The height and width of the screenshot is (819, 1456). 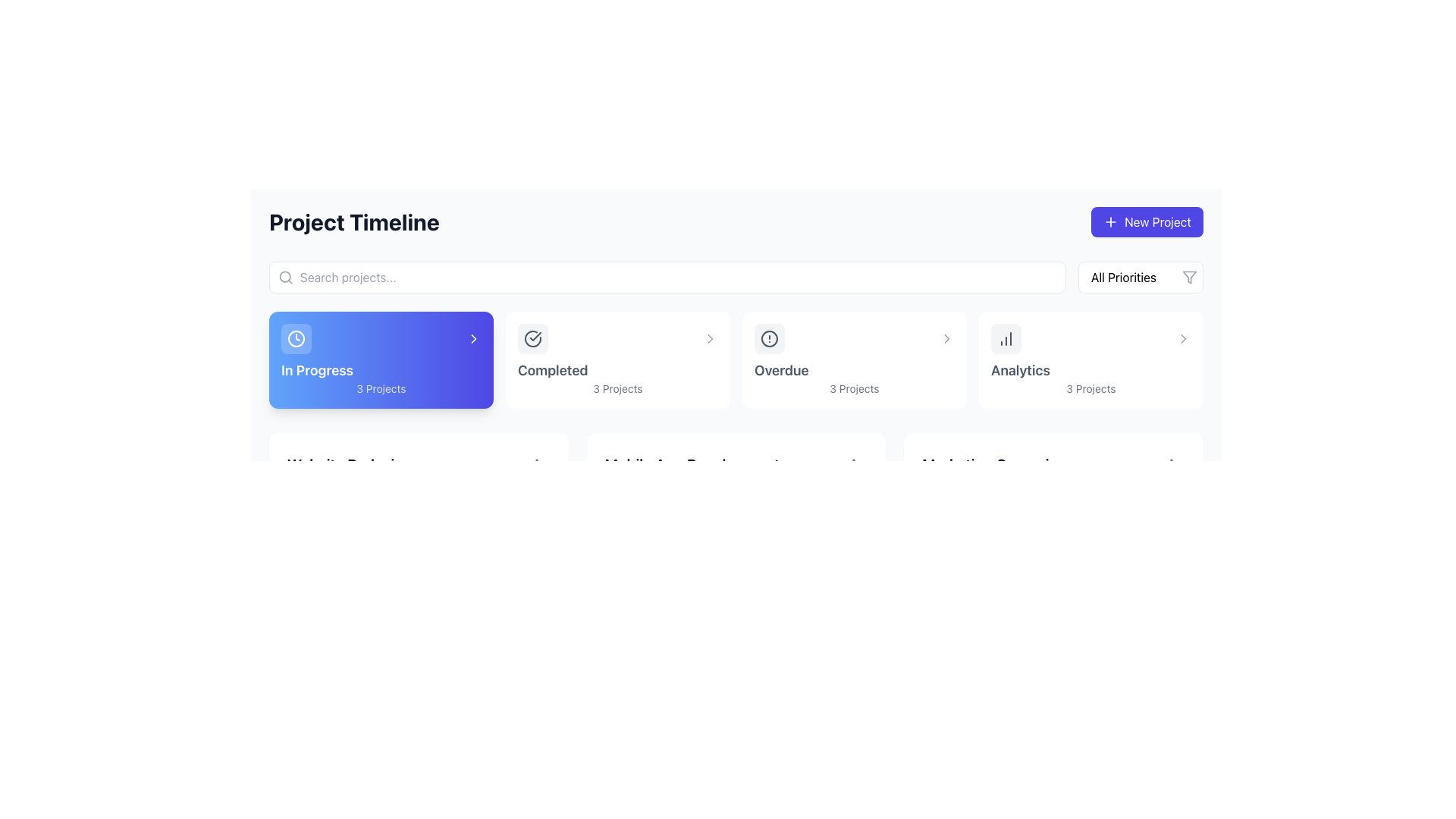 What do you see at coordinates (472, 338) in the screenshot?
I see `the Chevron icon in the top-right corner of the 'In Progress' card` at bounding box center [472, 338].